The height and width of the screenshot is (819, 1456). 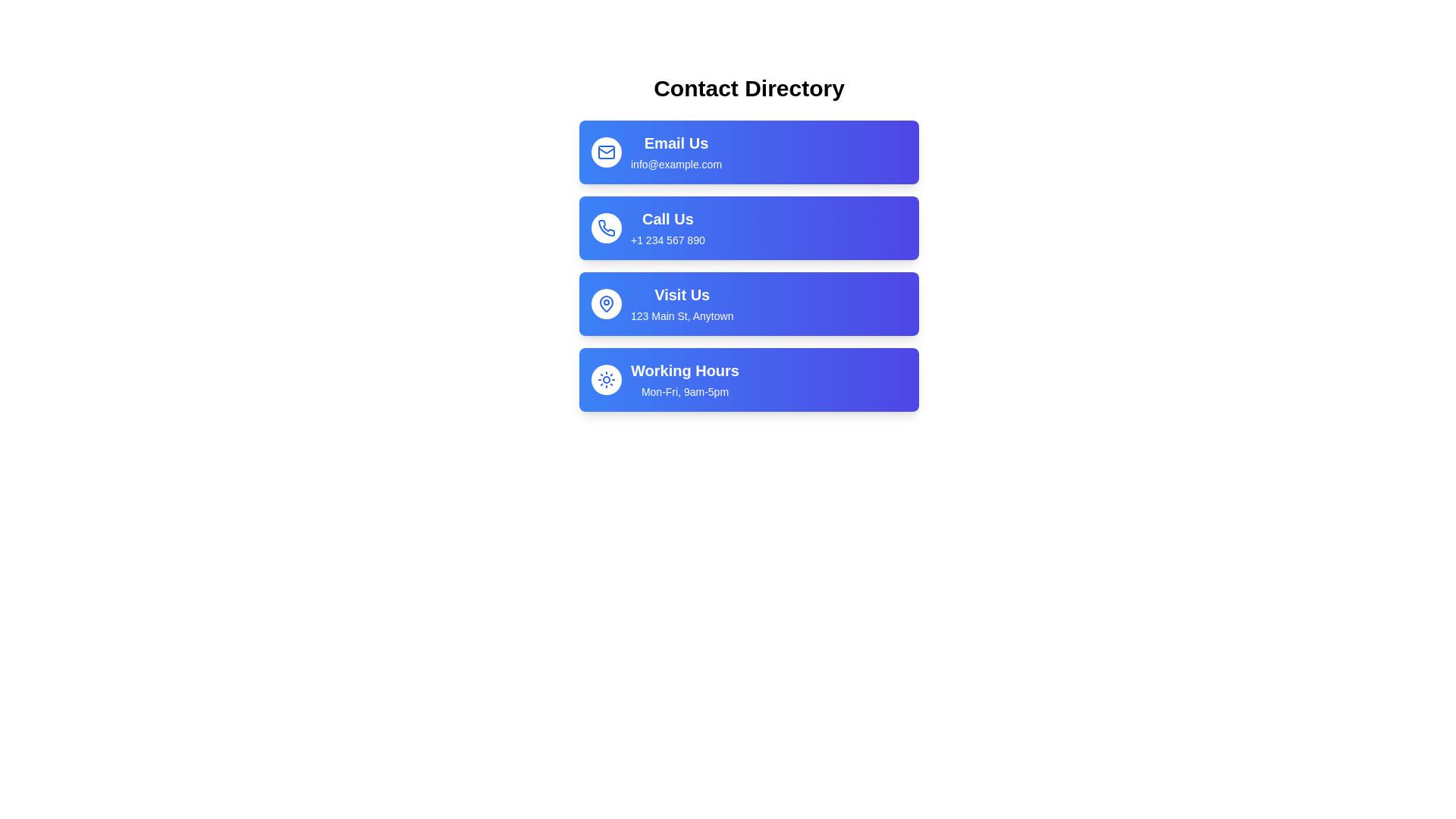 I want to click on the static text label displaying the phone number '+1 234 567 890' located in the 'Call Us' section, which is styled with white digits on a blue background, so click(x=667, y=239).